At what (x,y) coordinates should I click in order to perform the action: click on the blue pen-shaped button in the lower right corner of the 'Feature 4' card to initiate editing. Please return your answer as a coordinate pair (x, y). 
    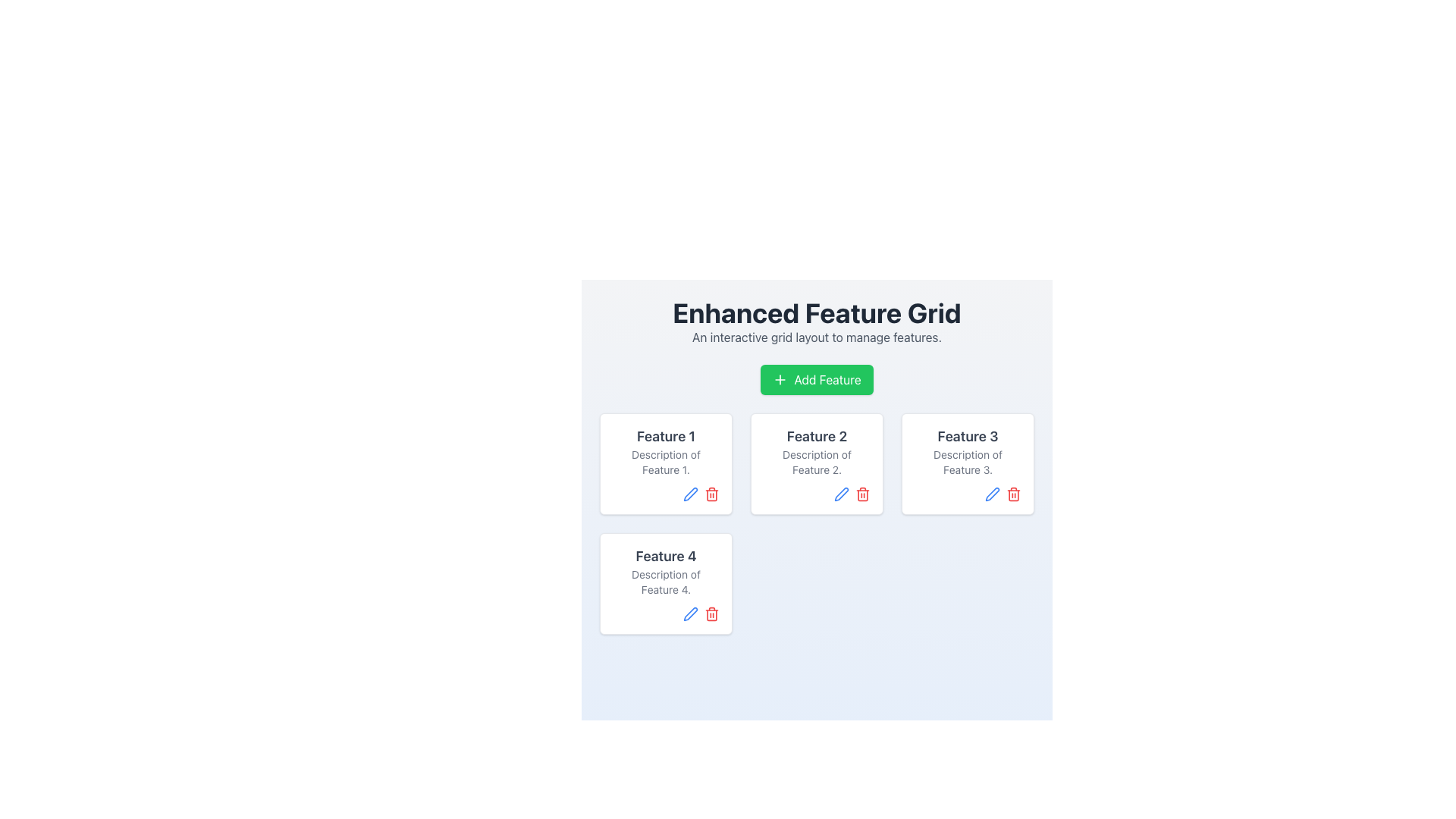
    Looking at the image, I should click on (690, 614).